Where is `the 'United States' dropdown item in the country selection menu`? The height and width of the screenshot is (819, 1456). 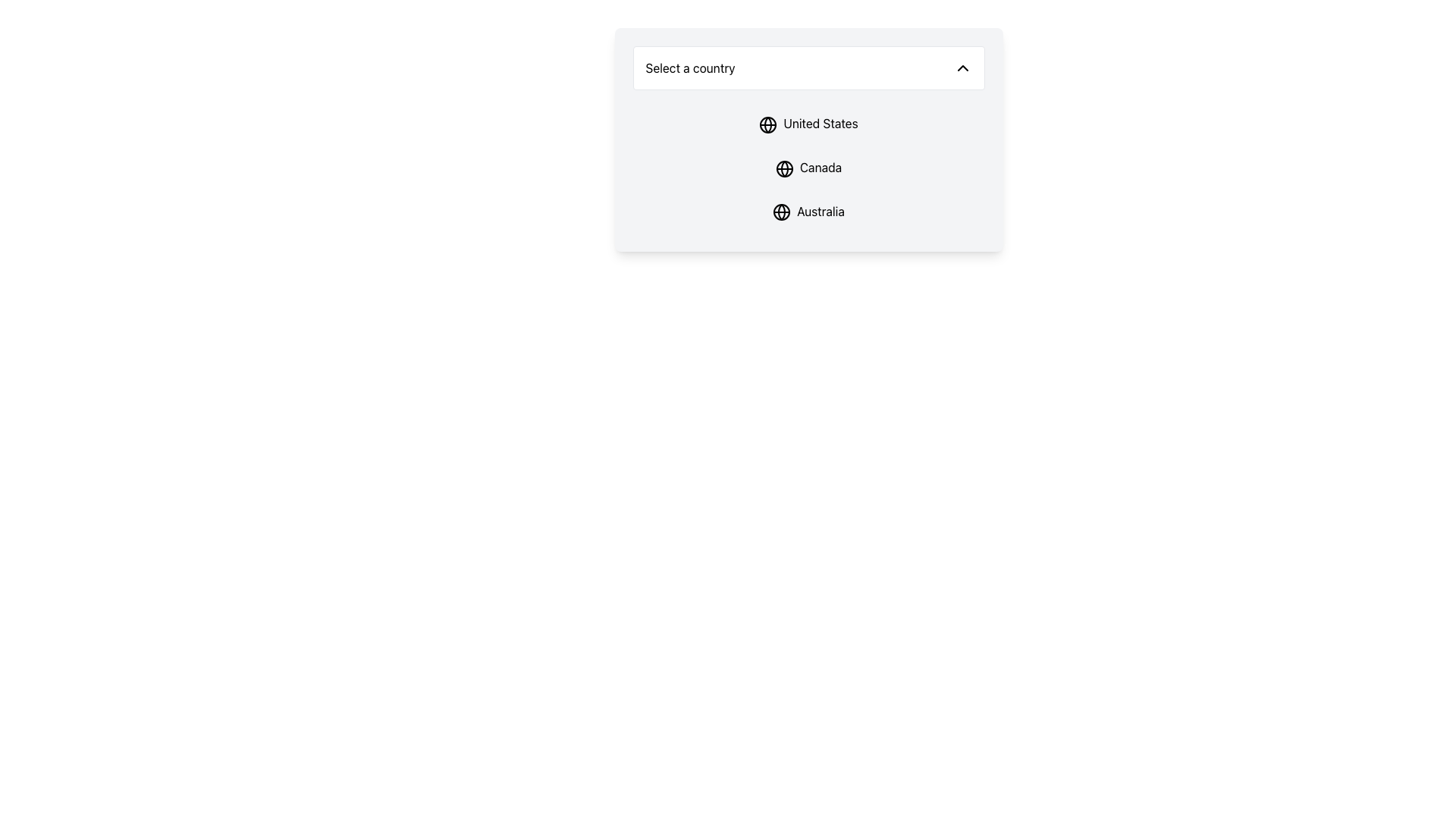
the 'United States' dropdown item in the country selection menu is located at coordinates (808, 123).